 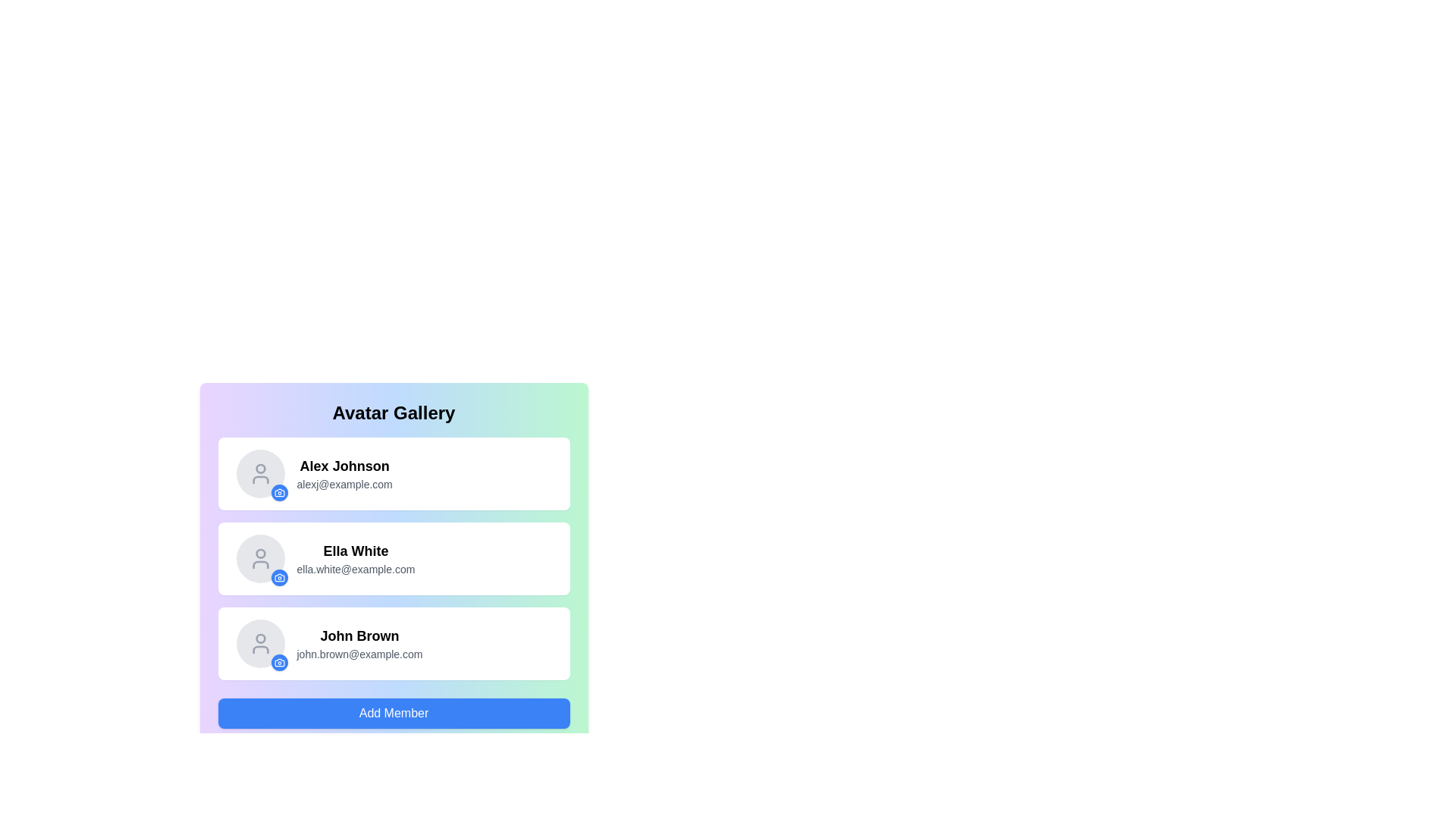 I want to click on the text label displaying 'Ella White' in bold, black font, which is positioned above the email address 'ella.white@example.com' within a user card layout, so click(x=355, y=551).